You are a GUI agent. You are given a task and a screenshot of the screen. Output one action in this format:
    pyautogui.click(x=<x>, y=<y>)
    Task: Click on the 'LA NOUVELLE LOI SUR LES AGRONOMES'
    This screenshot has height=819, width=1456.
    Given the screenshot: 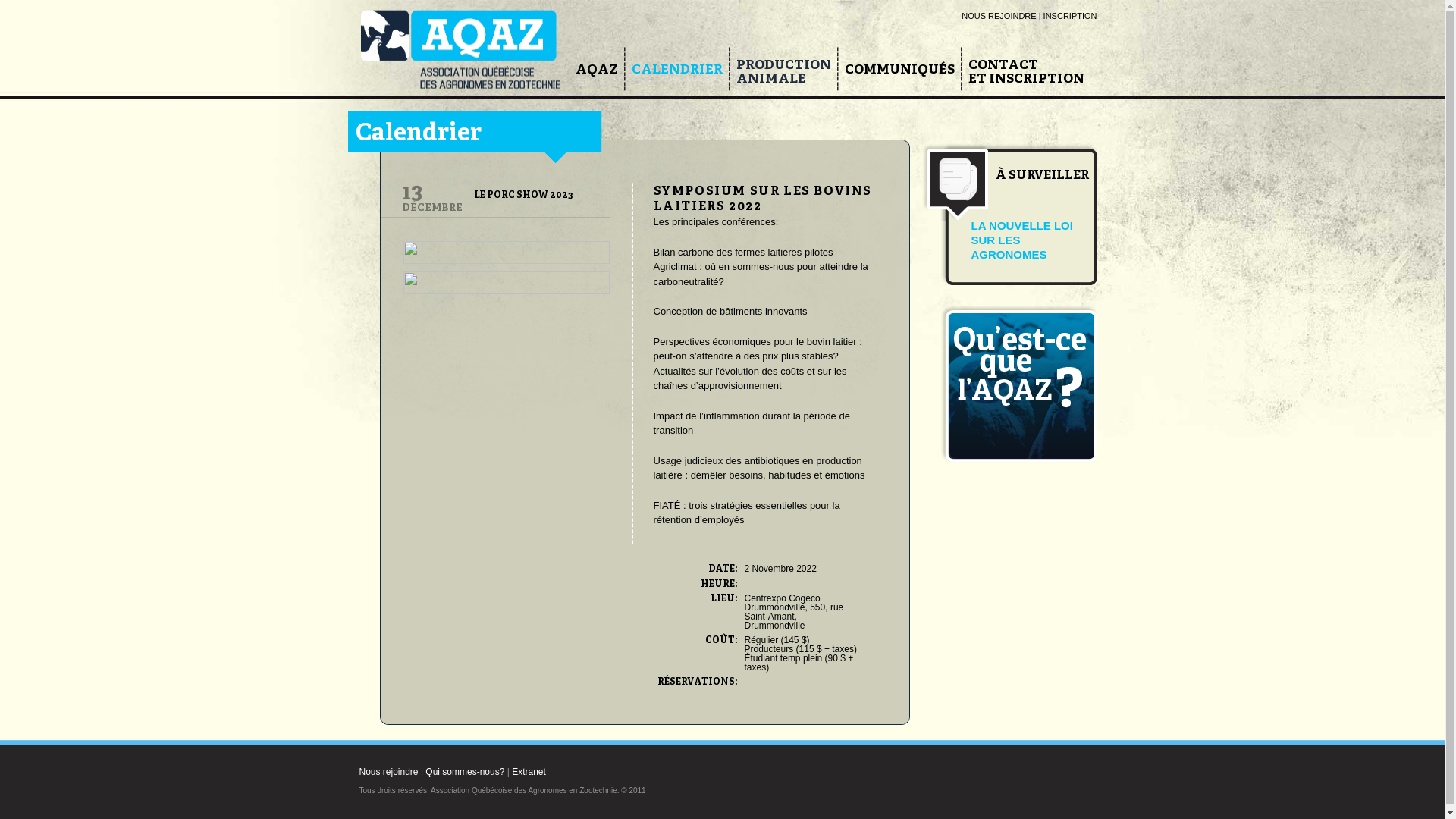 What is the action you would take?
    pyautogui.click(x=1021, y=239)
    